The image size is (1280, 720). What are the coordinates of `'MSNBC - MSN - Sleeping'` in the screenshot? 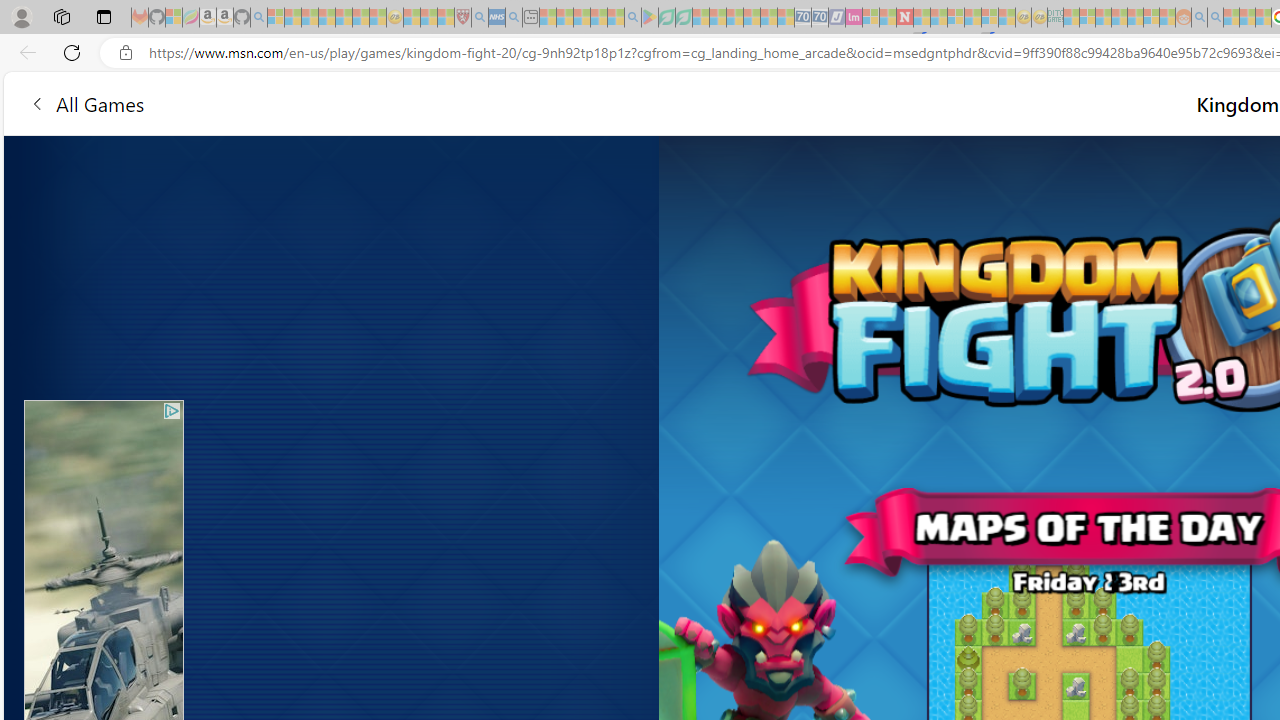 It's located at (1070, 17).